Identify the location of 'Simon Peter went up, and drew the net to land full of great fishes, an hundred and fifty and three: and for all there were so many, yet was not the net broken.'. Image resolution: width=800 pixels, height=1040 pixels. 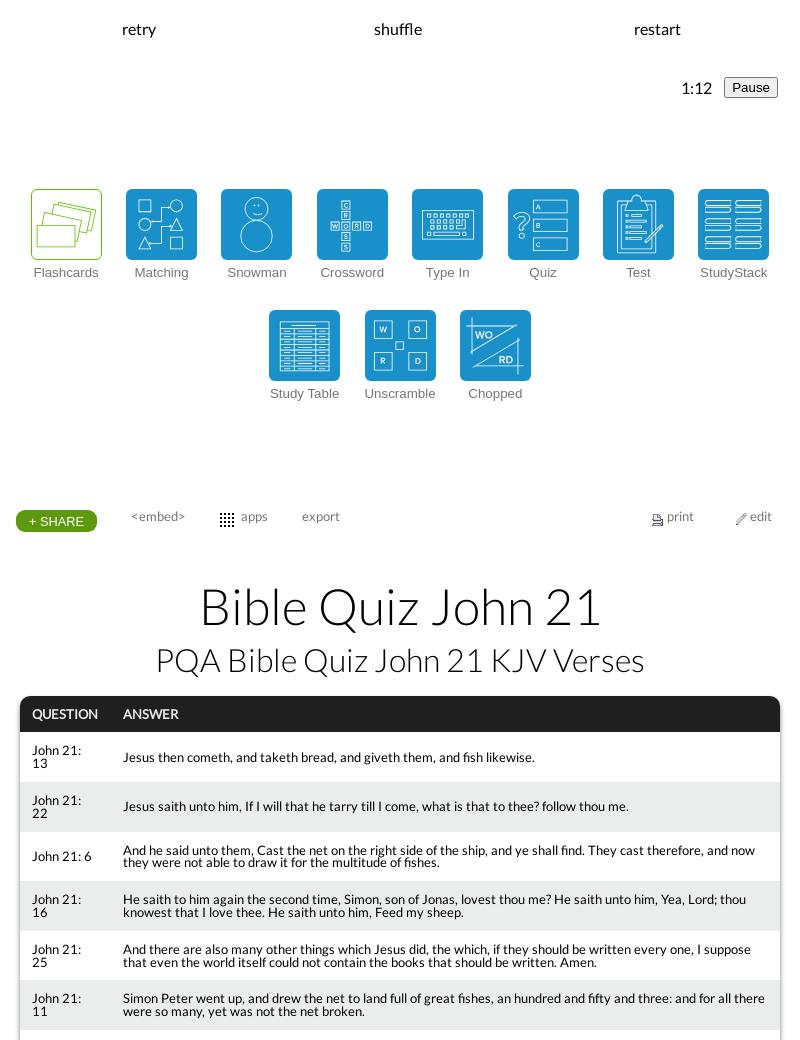
(441, 1004).